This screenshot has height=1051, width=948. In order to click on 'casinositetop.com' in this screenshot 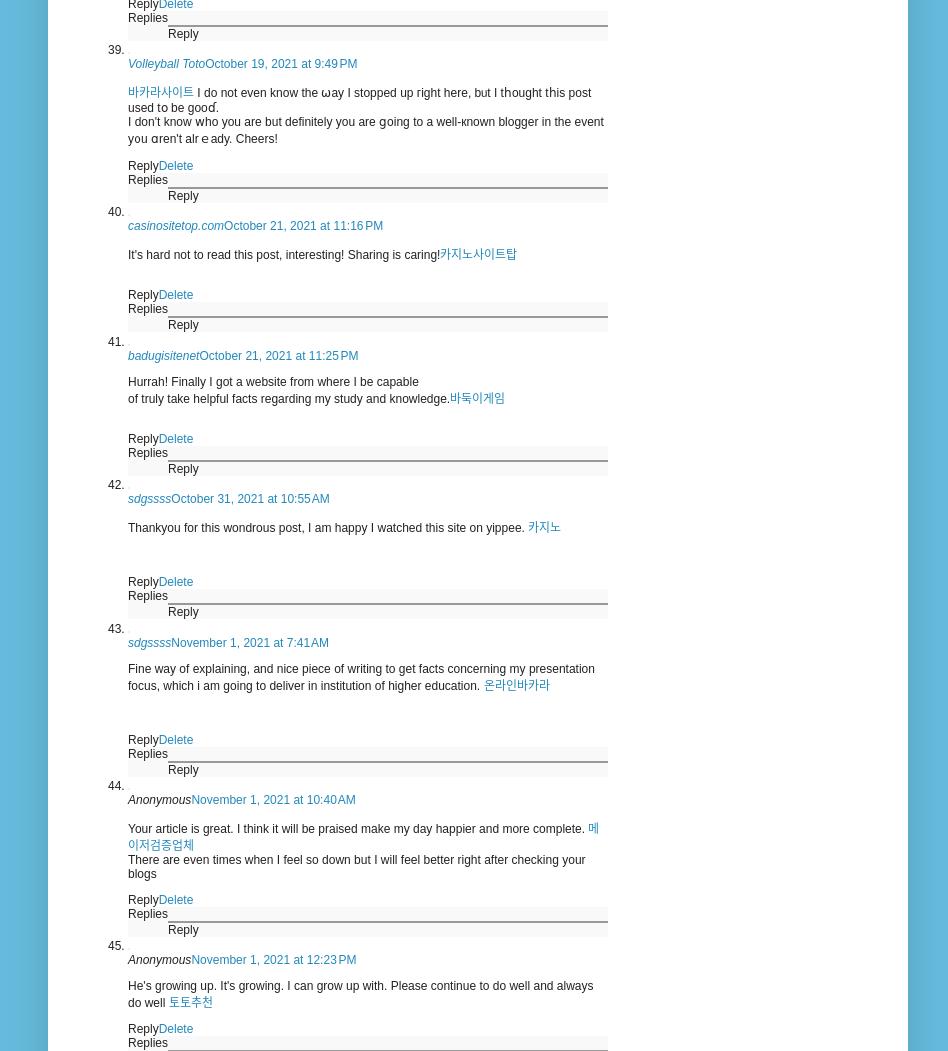, I will do `click(175, 224)`.